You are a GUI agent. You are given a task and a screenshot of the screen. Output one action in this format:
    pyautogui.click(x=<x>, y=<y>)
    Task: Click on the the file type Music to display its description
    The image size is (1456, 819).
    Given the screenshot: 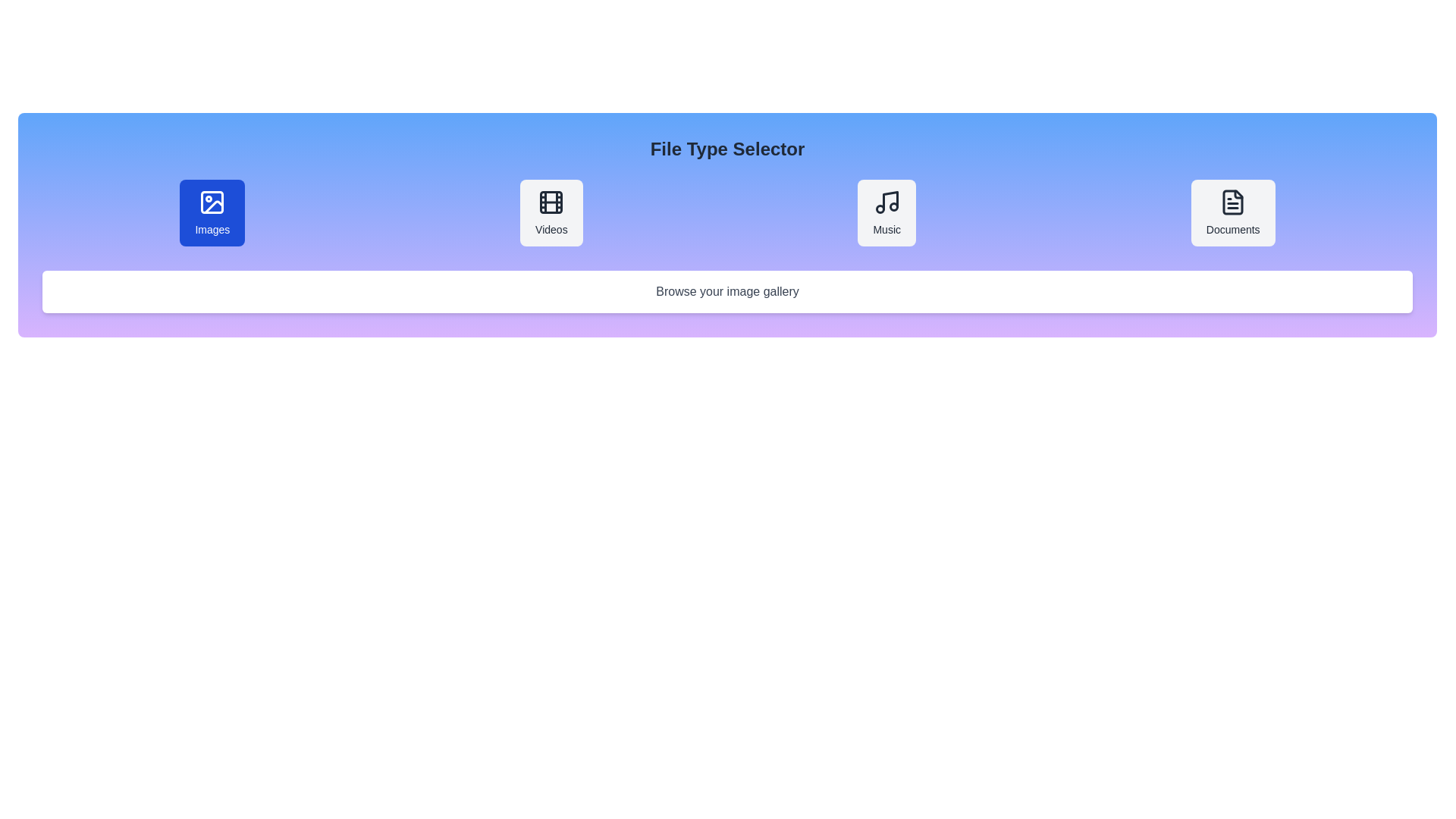 What is the action you would take?
    pyautogui.click(x=886, y=213)
    